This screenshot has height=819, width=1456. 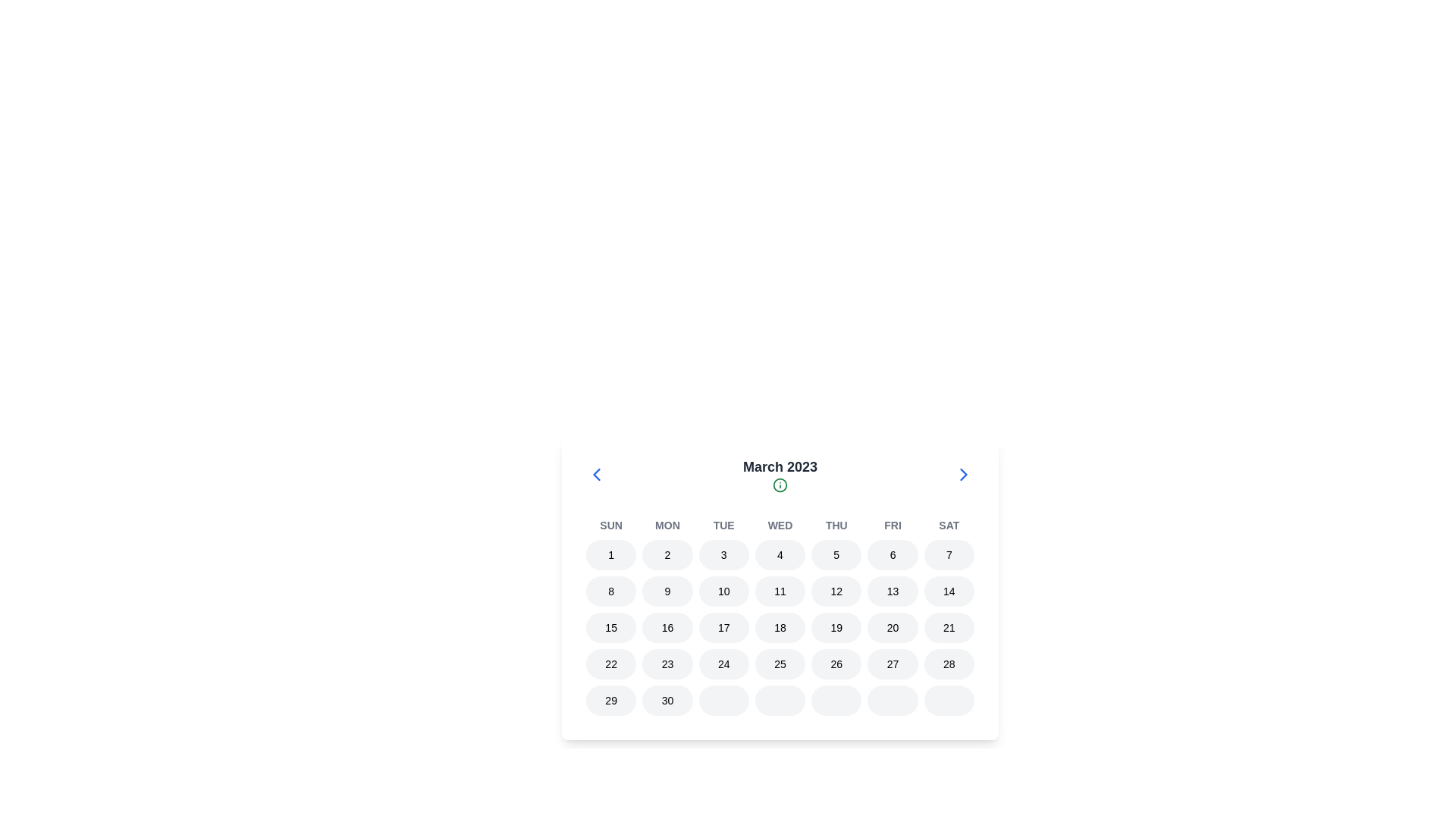 I want to click on the Text with an Icon that indicates the currently displayed month and year for the calendar, so click(x=780, y=473).